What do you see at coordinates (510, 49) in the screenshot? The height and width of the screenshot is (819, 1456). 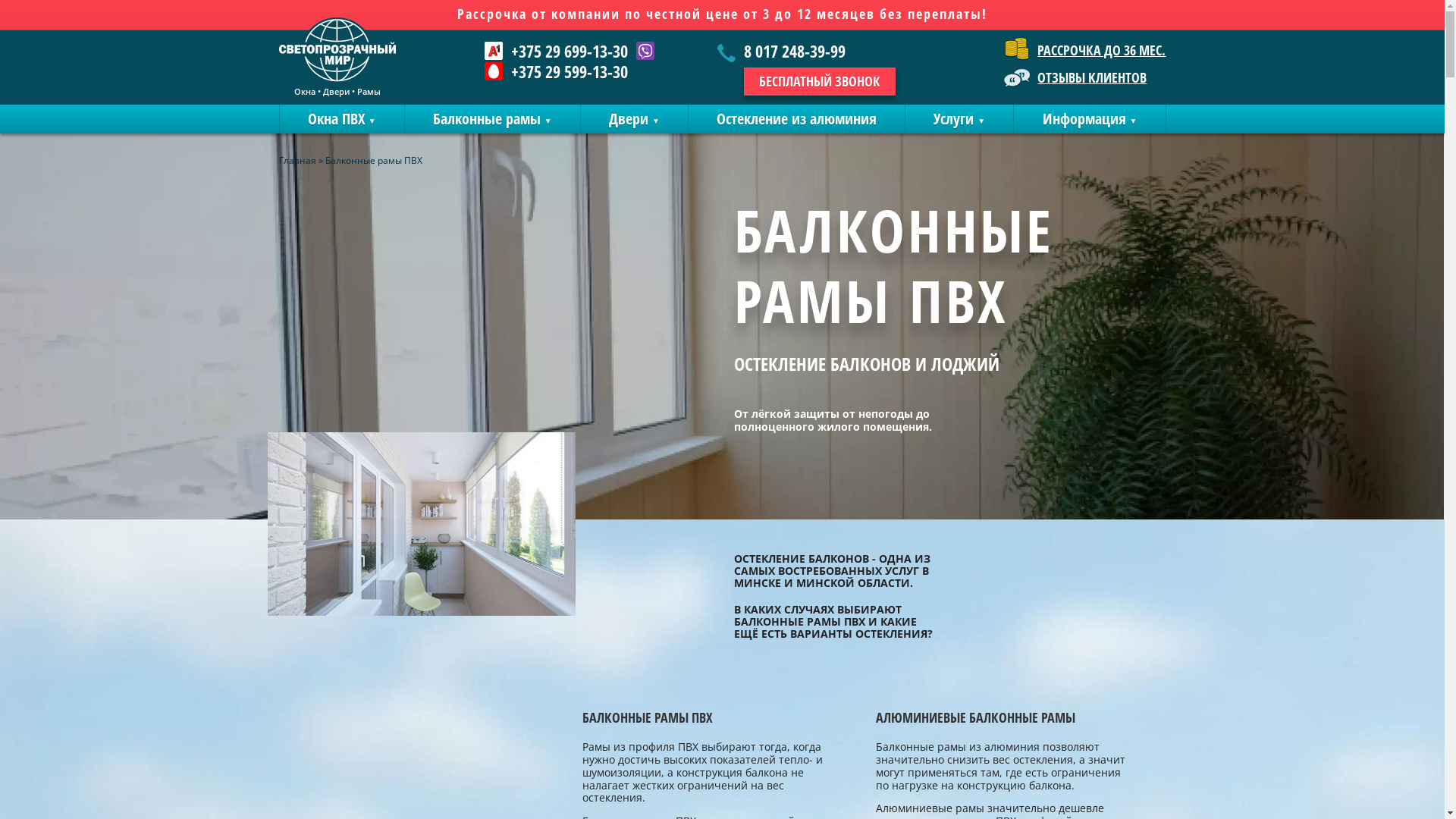 I see `'+375 29 699-13-30'` at bounding box center [510, 49].